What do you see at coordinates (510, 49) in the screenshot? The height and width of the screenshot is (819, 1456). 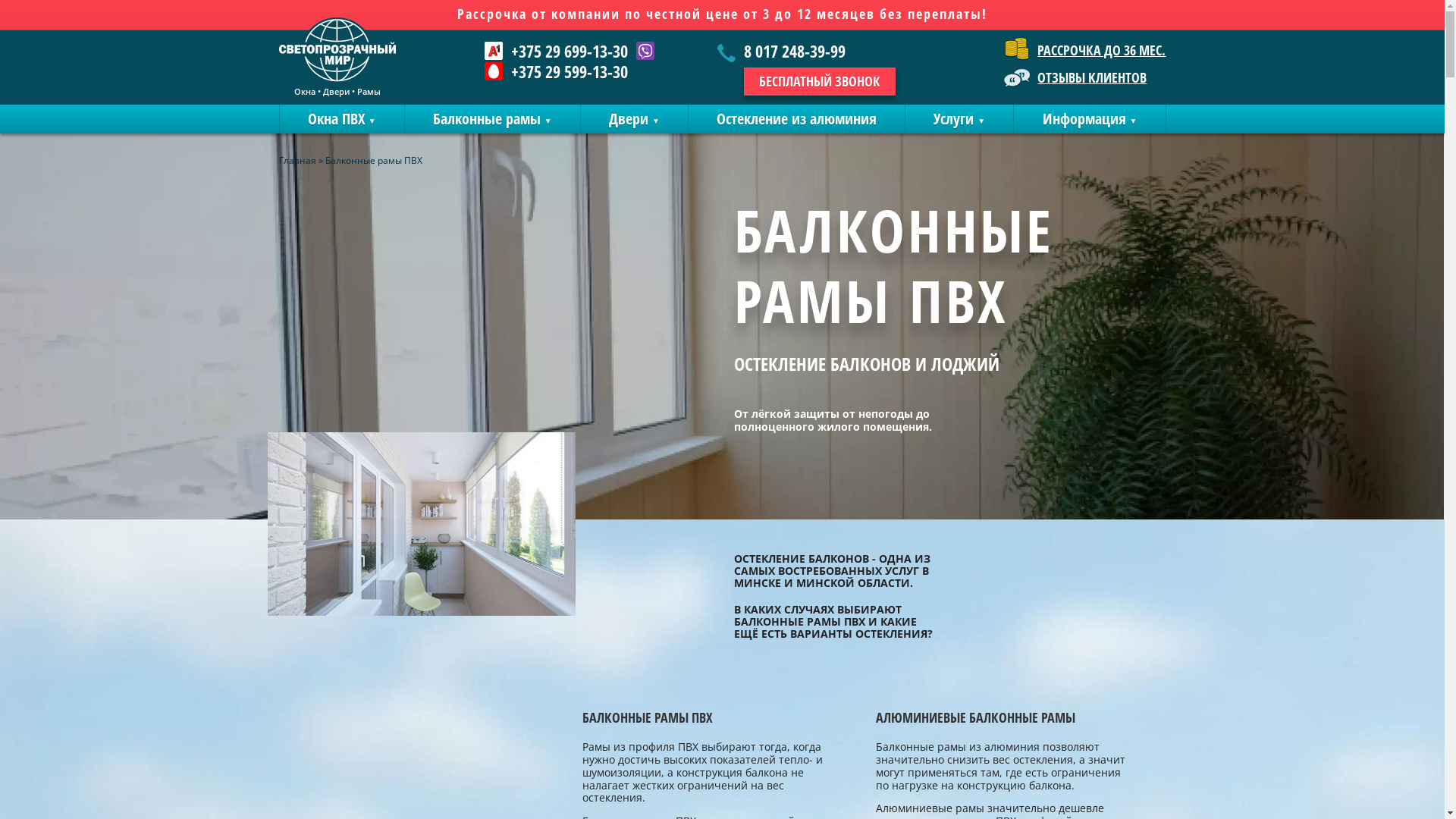 I see `'+375 29 699-13-30'` at bounding box center [510, 49].